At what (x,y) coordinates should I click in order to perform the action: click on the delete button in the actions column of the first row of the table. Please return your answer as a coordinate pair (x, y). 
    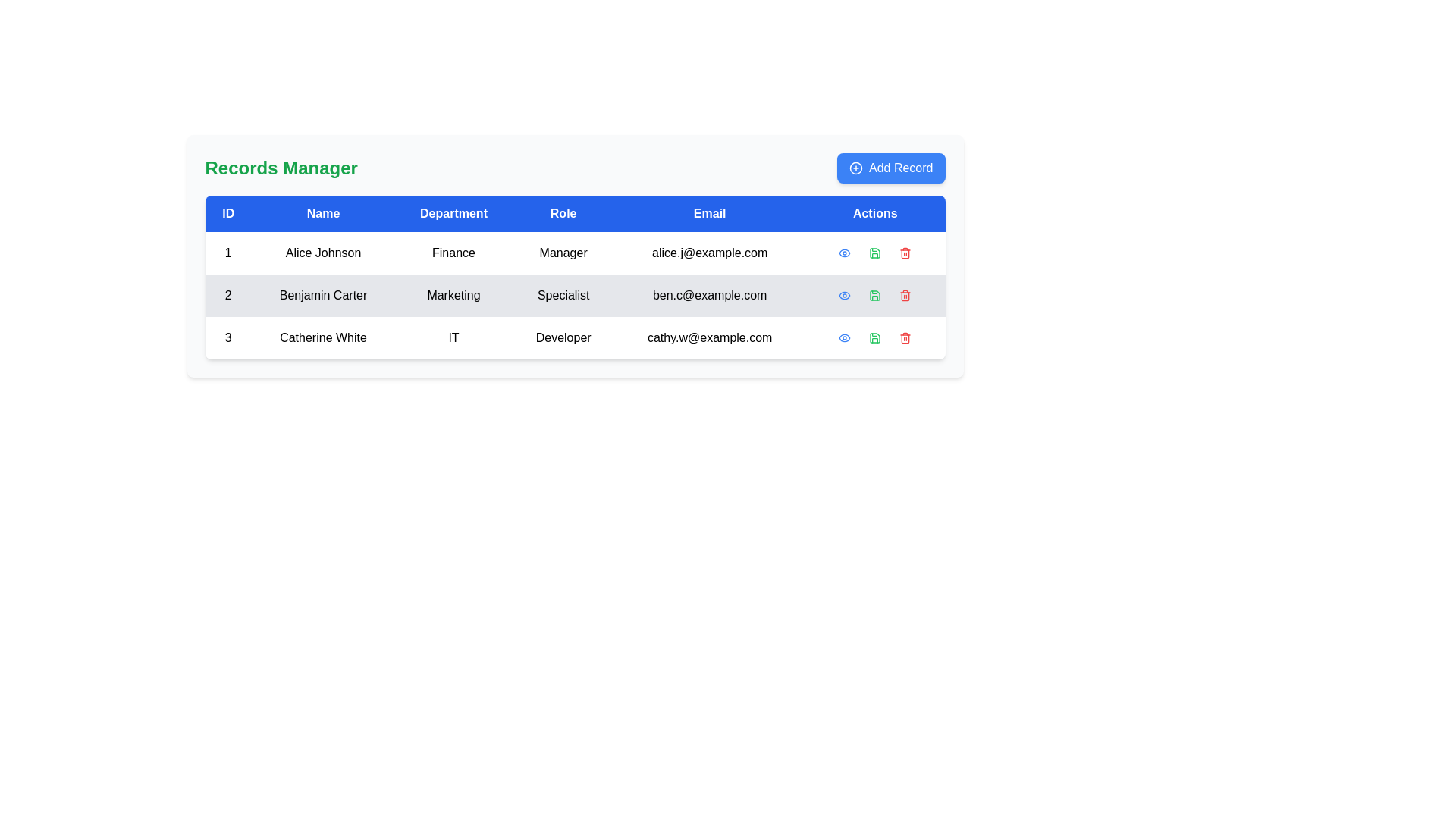
    Looking at the image, I should click on (905, 253).